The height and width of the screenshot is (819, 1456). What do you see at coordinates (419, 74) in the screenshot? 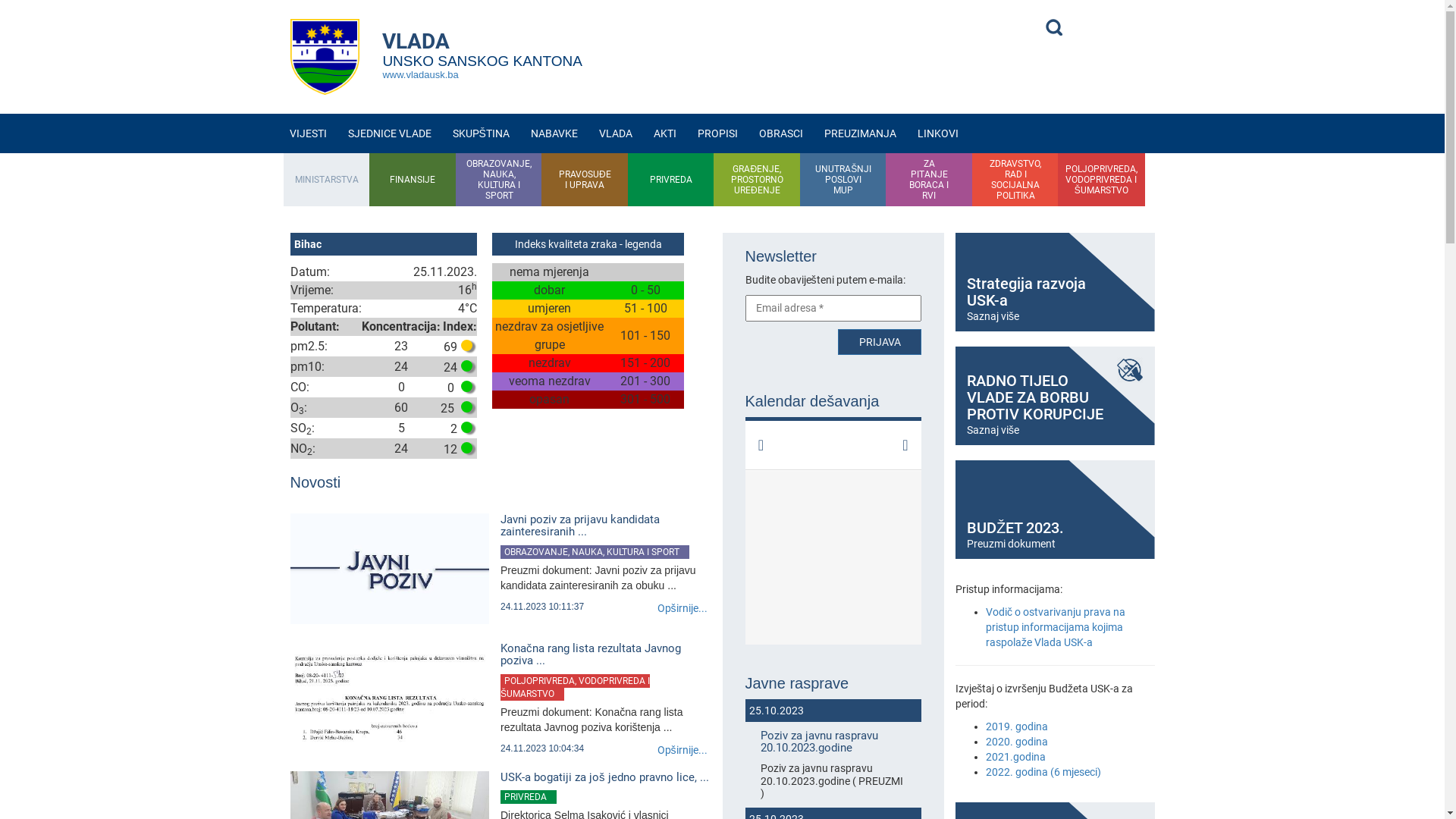
I see `'www.vladausk.ba'` at bounding box center [419, 74].